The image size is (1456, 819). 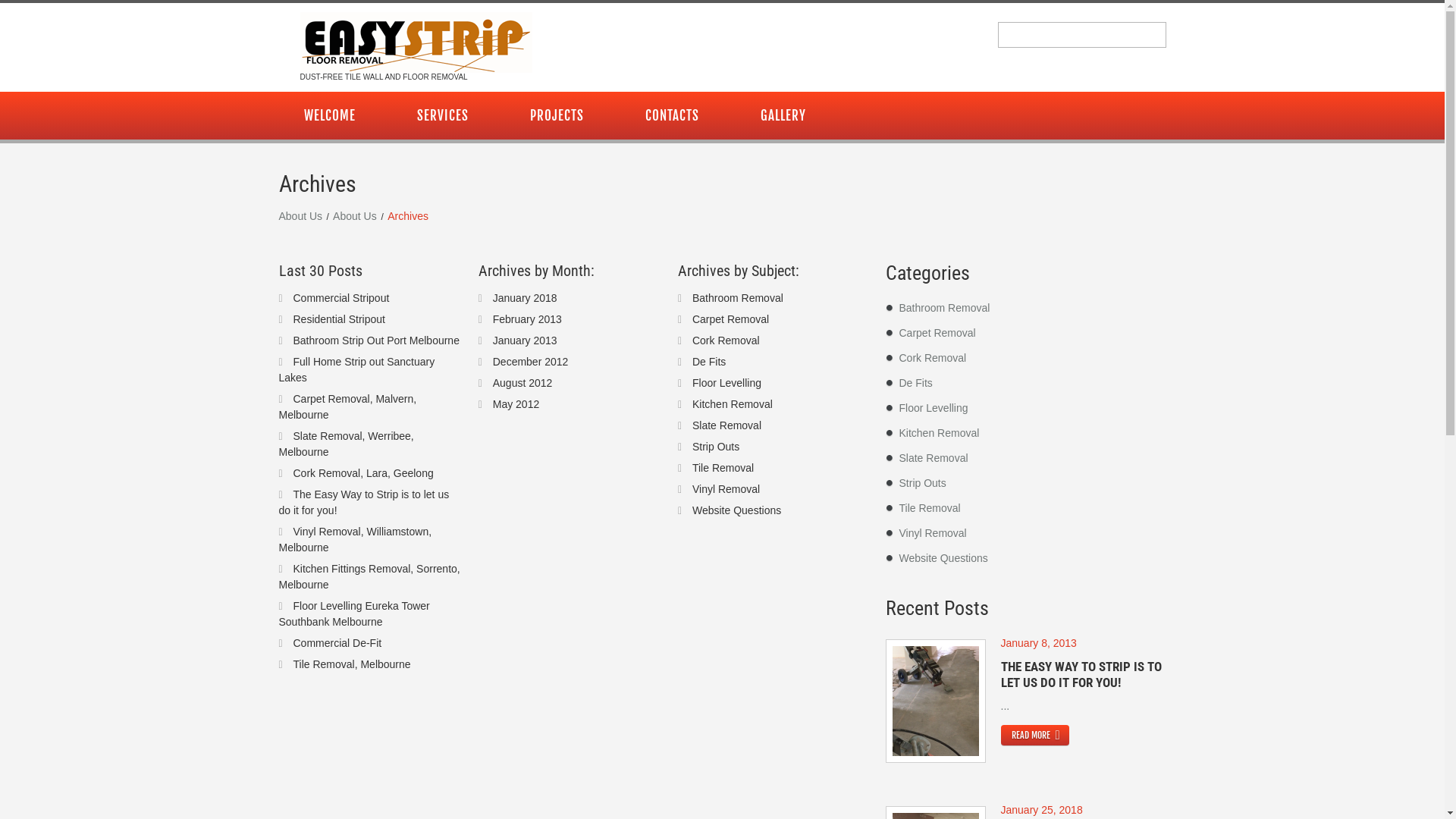 I want to click on 'Website Questions', so click(x=736, y=509).